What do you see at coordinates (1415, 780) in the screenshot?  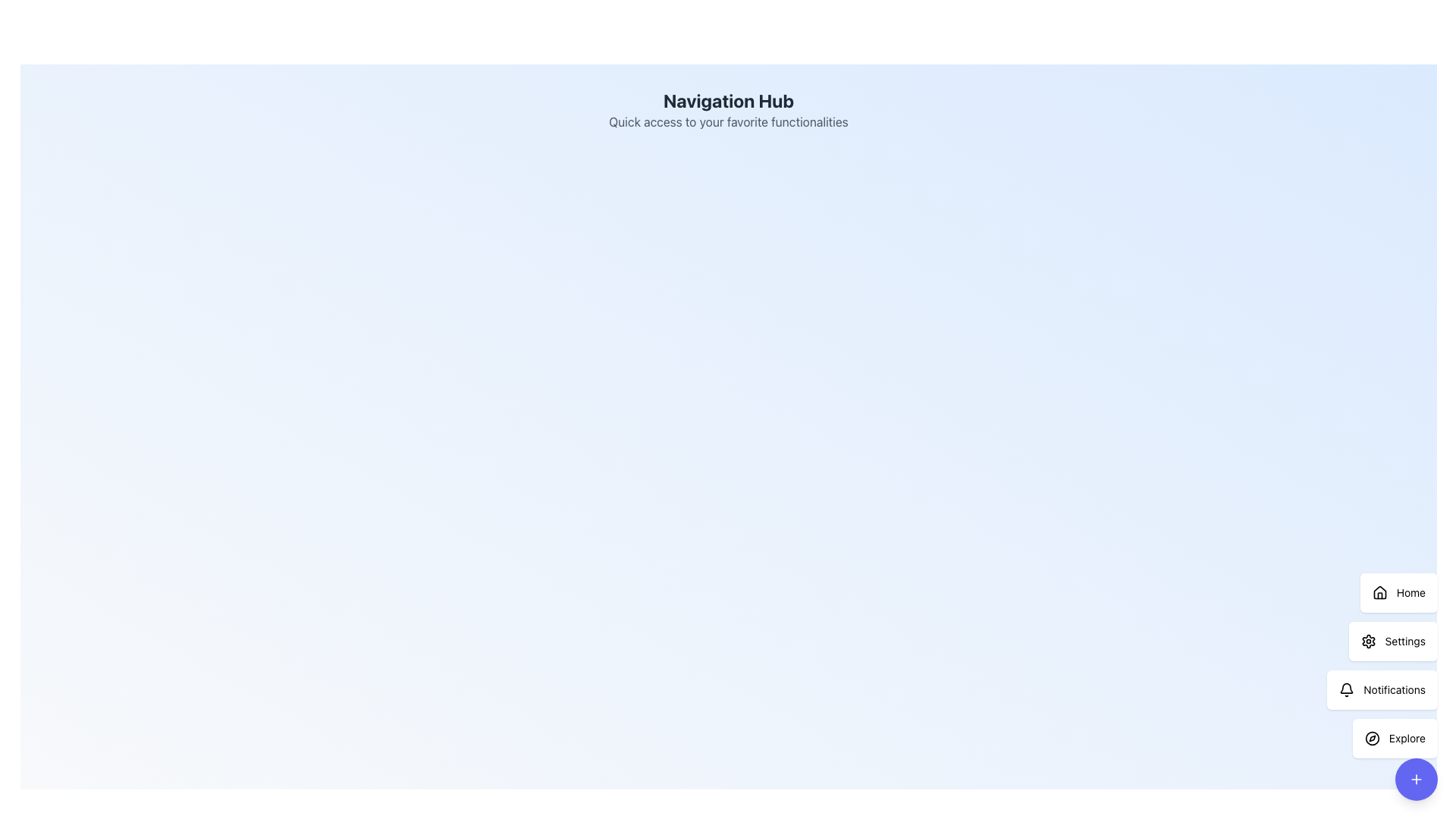 I see `the compact action trigger button with a plus symbol located at the bottom of the vertical stack of buttons labeled 'Home,' 'Settings,' 'Notifications,' and 'Explore.'` at bounding box center [1415, 780].